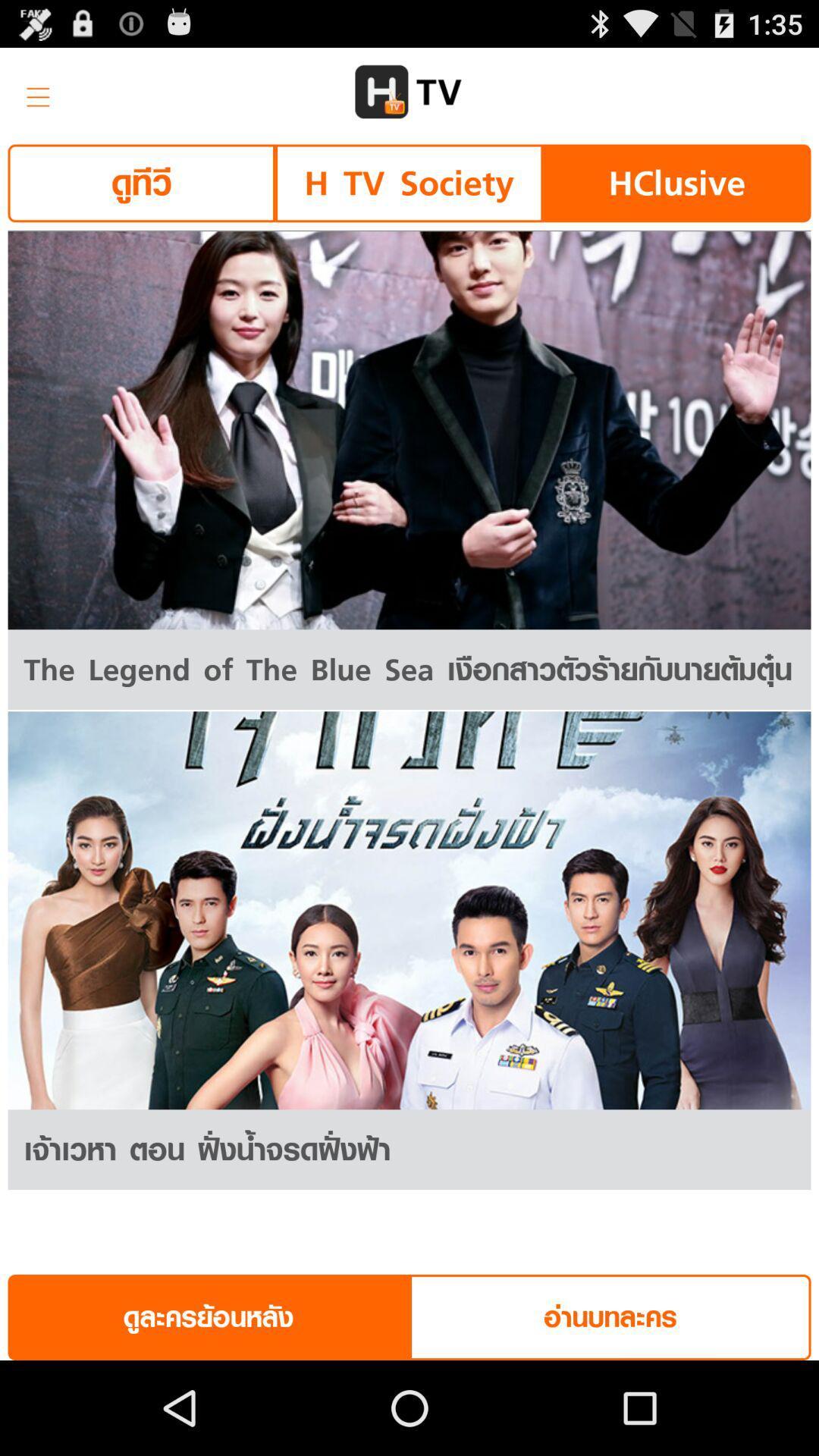 Image resolution: width=819 pixels, height=1456 pixels. I want to click on the item next to hclusive button, so click(408, 182).